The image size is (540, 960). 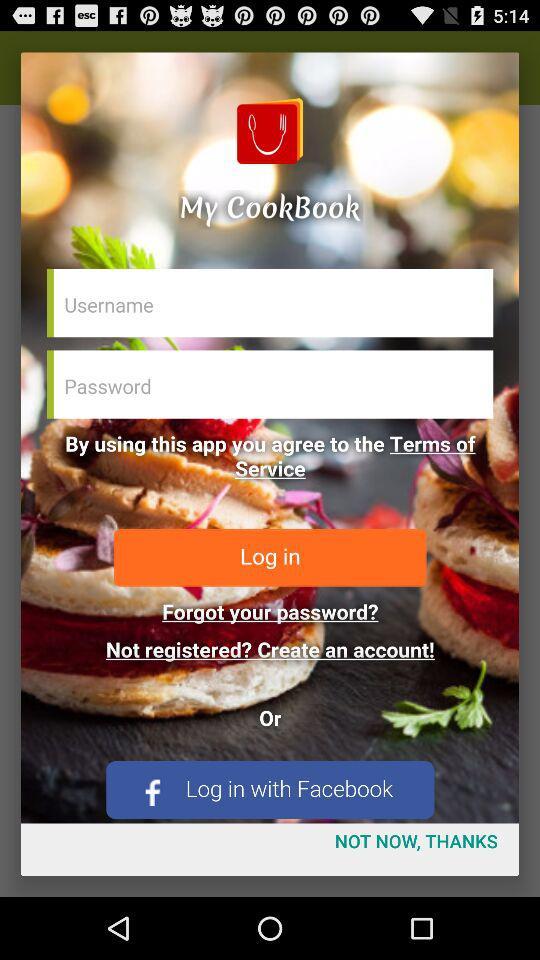 I want to click on the cook page, so click(x=270, y=437).